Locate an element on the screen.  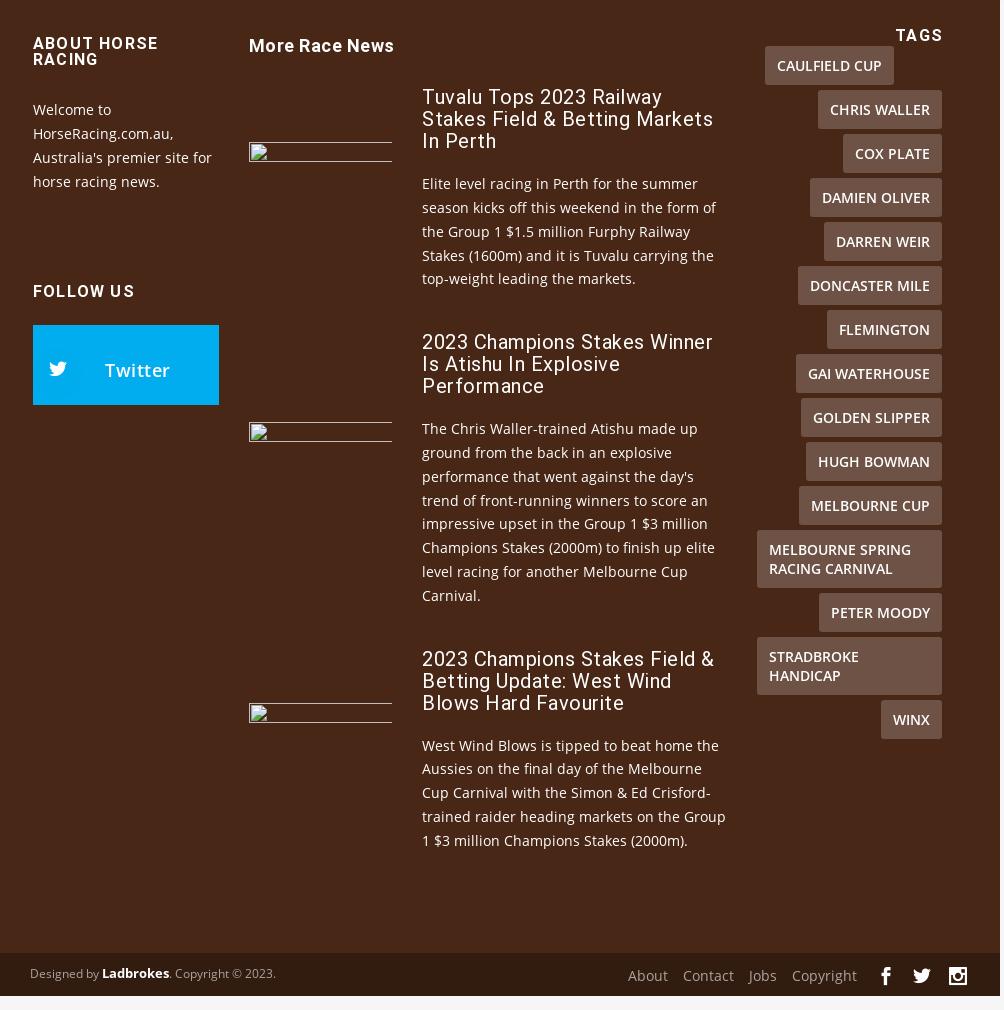
'The Chris Waller-trained Atishu made up ground from the back in an explosive performance that went against the day's trend of front-running winners to score an impressive upset in the Group 1 $3 million Champions Stakes (2000m) to finish up elite level racing for another Melbourne Cup Carnival.' is located at coordinates (568, 545).